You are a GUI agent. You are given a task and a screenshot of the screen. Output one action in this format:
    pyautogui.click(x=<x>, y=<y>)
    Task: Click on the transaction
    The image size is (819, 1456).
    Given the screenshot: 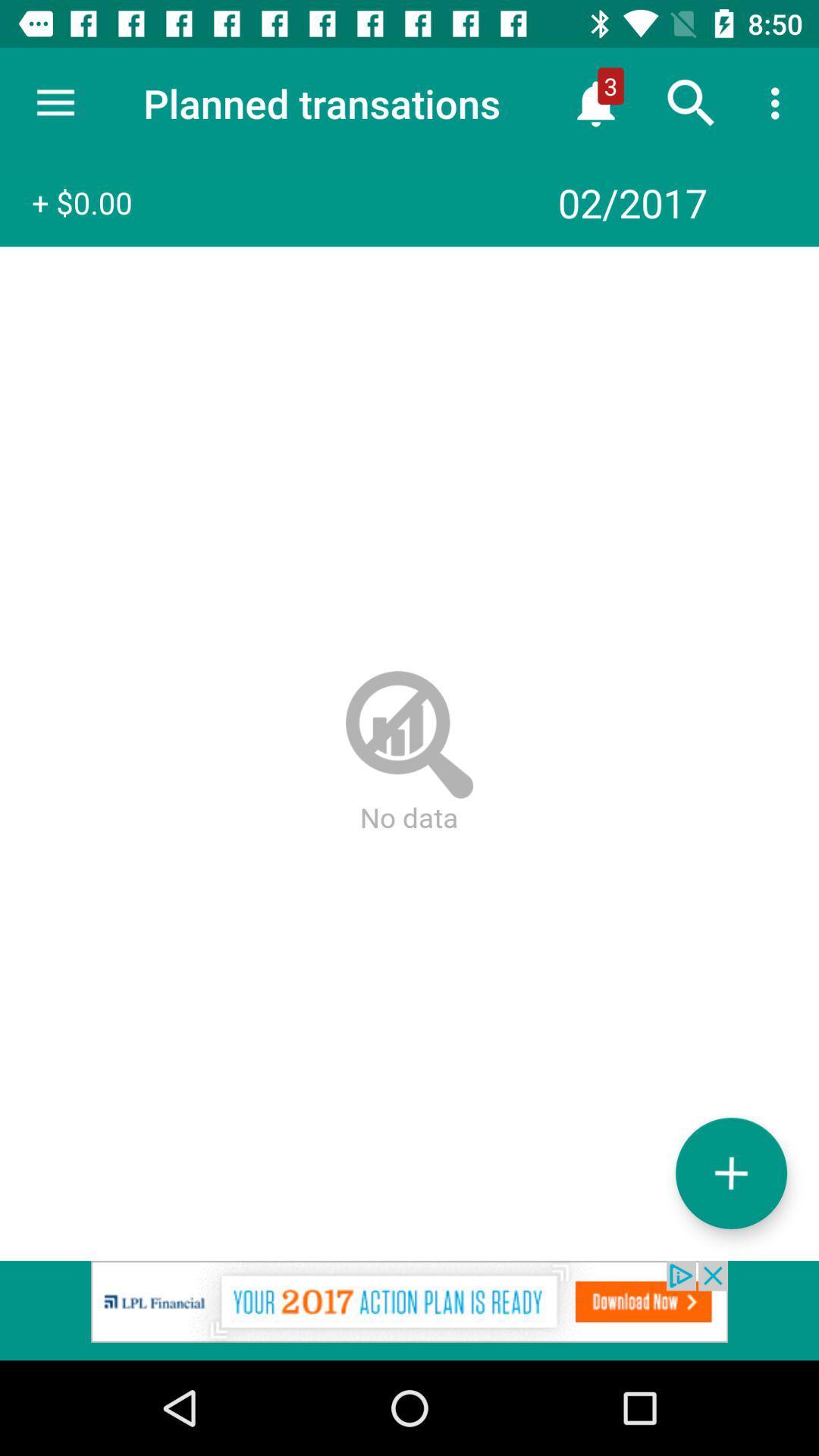 What is the action you would take?
    pyautogui.click(x=730, y=1172)
    